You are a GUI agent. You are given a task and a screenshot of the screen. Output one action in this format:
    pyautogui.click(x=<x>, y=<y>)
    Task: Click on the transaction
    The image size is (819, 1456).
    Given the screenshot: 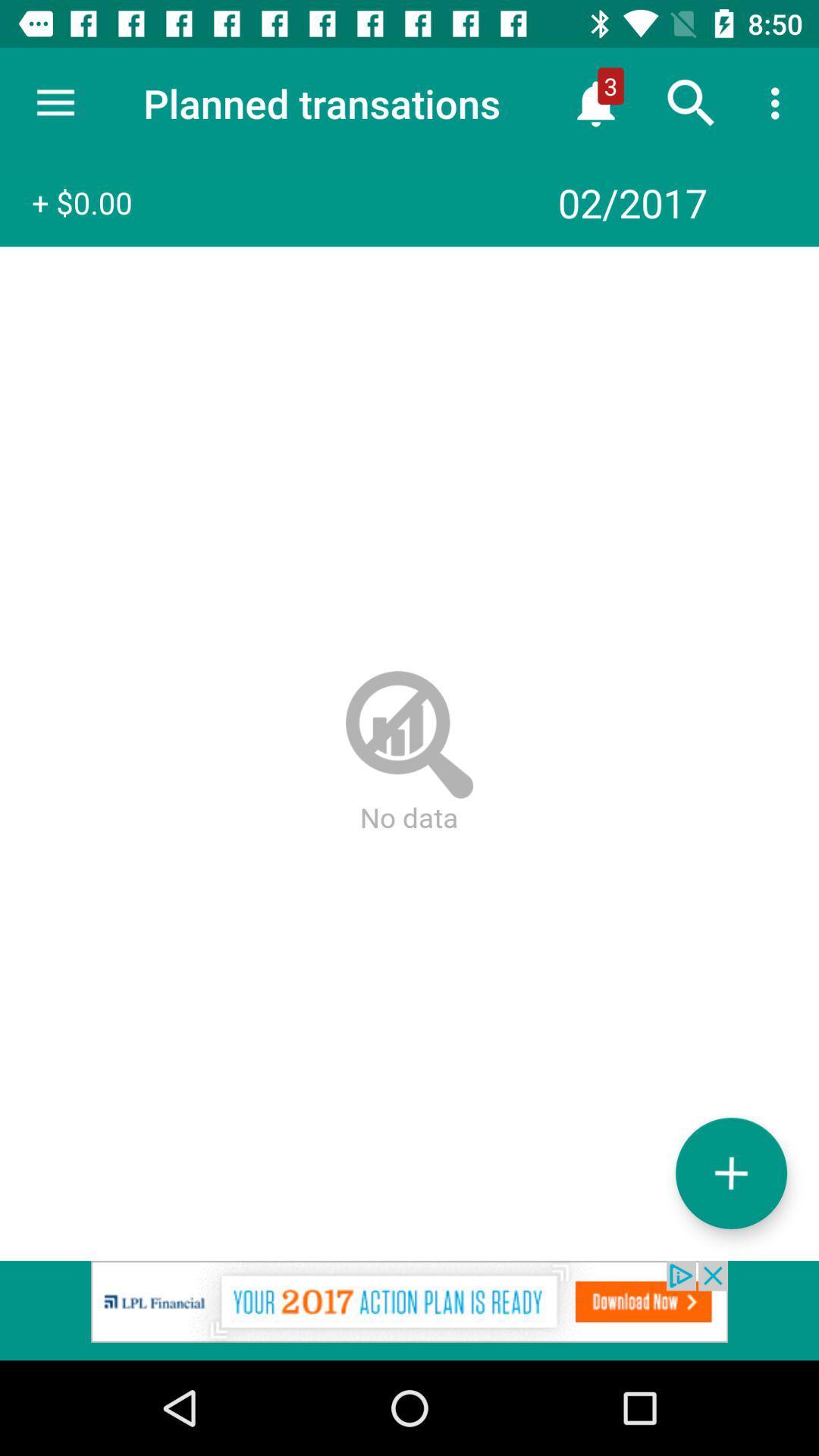 What is the action you would take?
    pyautogui.click(x=730, y=1172)
    